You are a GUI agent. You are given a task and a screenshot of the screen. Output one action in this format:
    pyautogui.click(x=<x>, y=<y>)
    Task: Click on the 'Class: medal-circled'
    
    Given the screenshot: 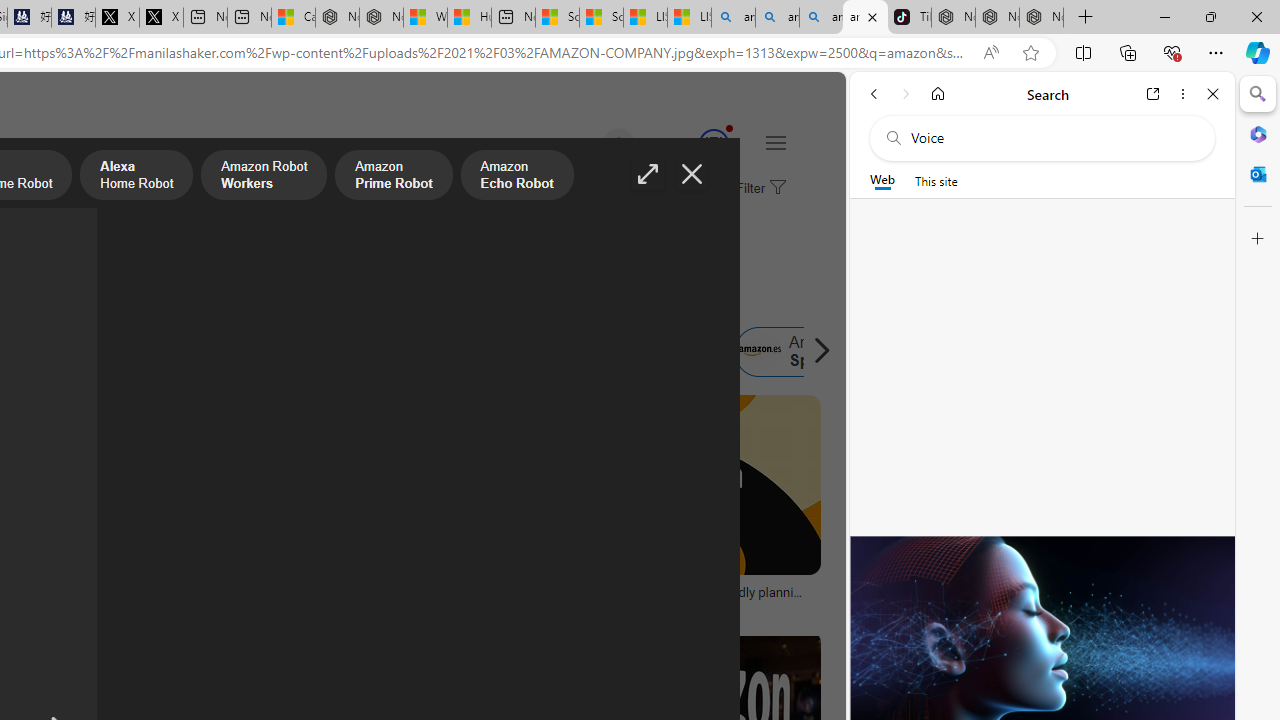 What is the action you would take?
    pyautogui.click(x=713, y=143)
    